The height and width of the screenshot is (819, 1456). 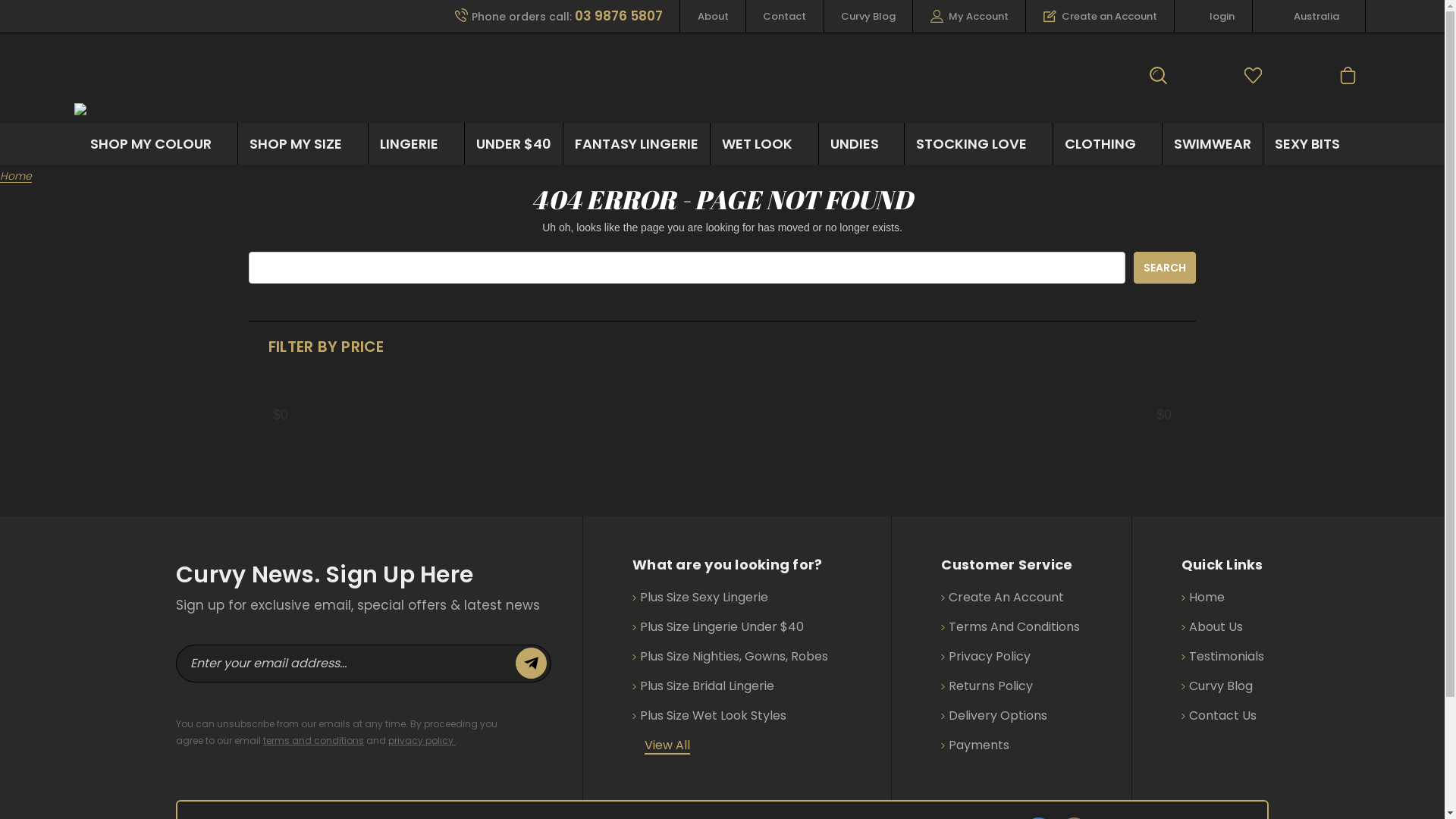 What do you see at coordinates (940, 656) in the screenshot?
I see `'Privacy Policy'` at bounding box center [940, 656].